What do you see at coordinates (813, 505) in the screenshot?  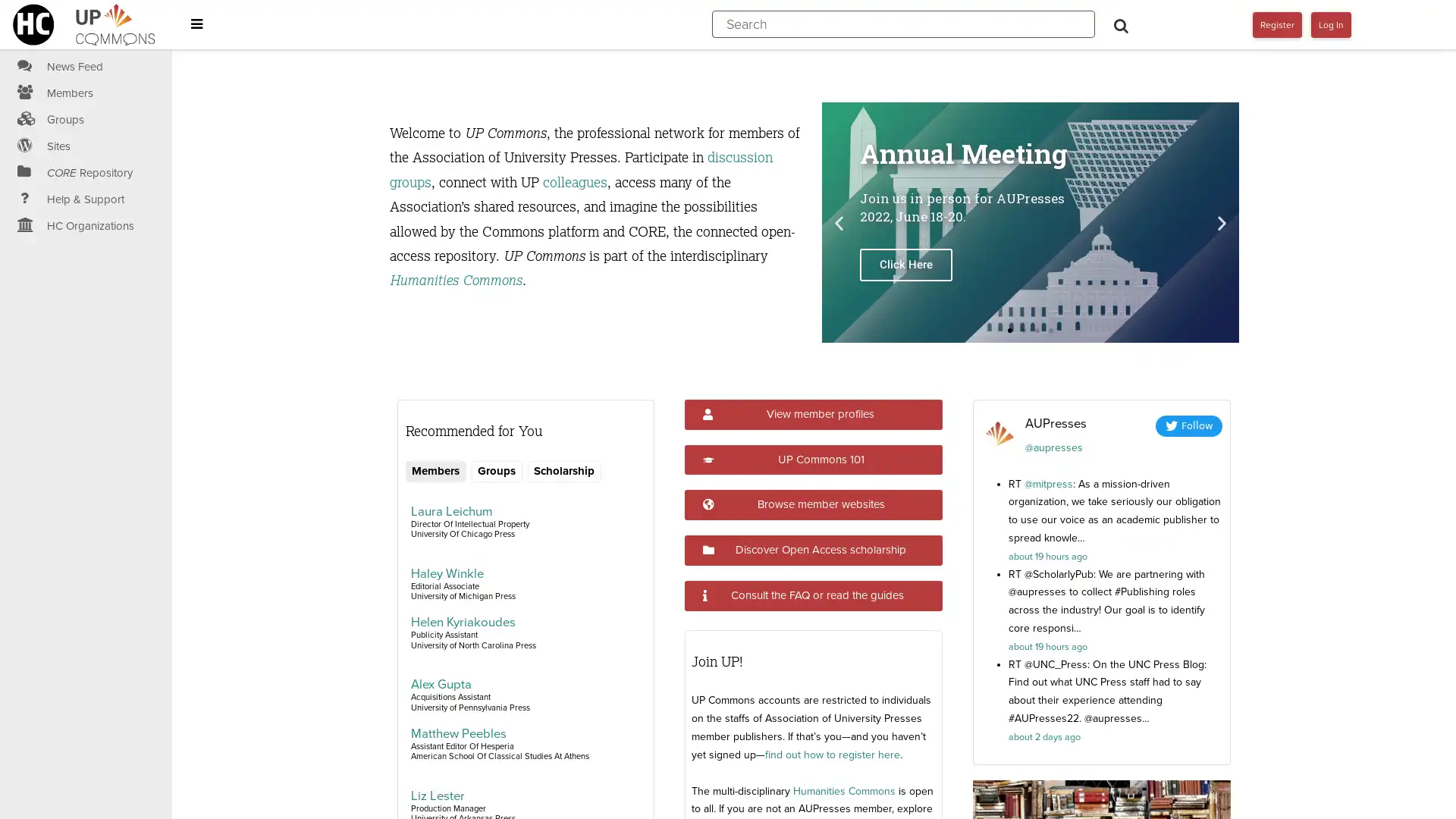 I see `Browse member websites` at bounding box center [813, 505].